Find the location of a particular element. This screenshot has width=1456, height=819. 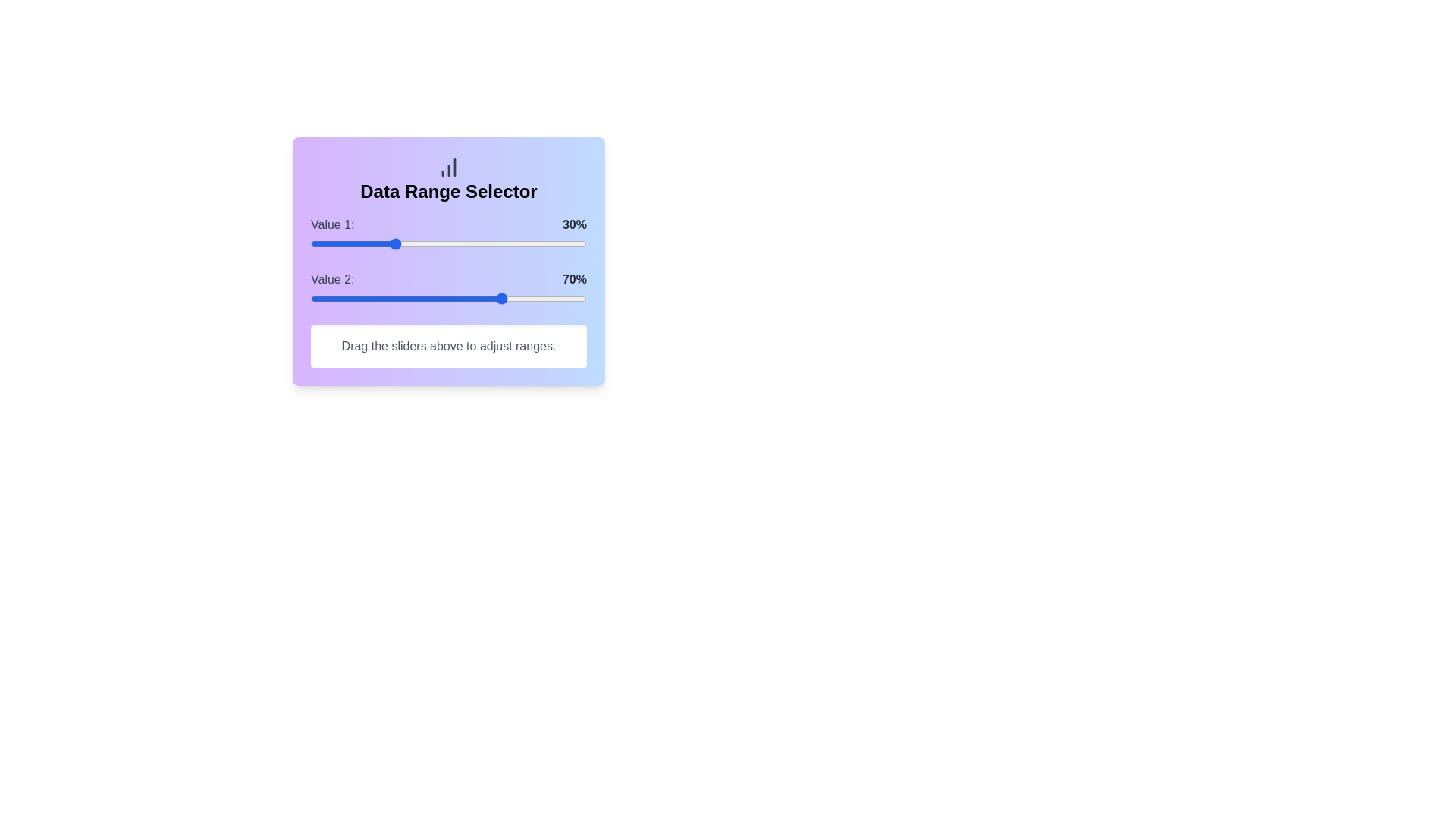

the informational text at the bottom of the component to select it is located at coordinates (447, 346).